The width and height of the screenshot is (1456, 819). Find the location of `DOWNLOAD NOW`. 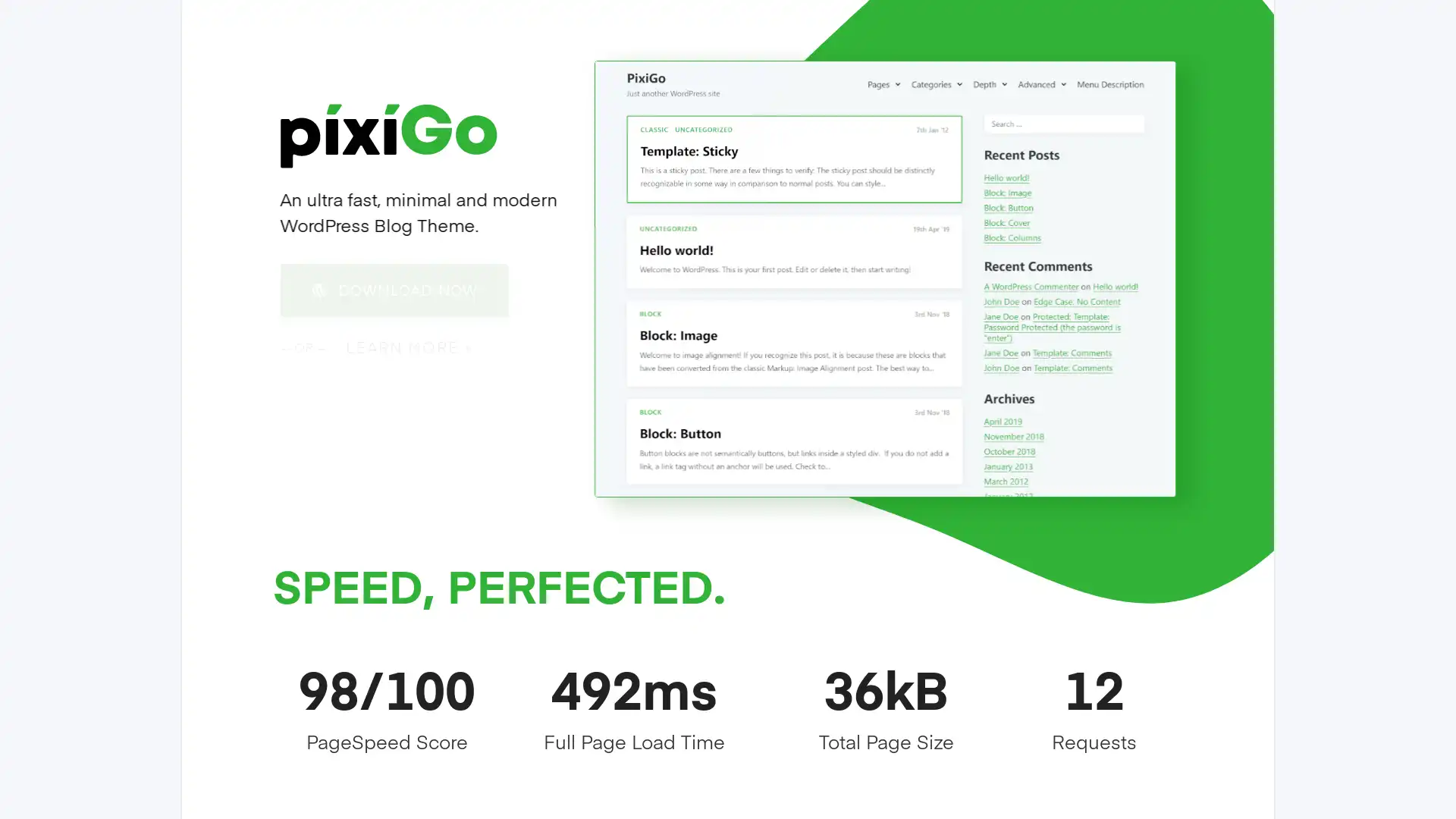

DOWNLOAD NOW is located at coordinates (394, 289).